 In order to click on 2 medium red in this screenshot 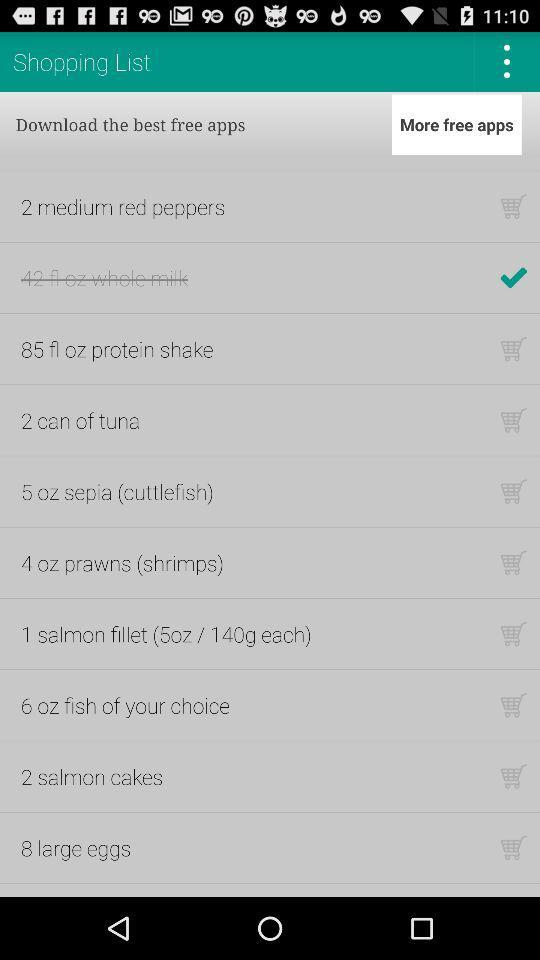, I will do `click(123, 206)`.